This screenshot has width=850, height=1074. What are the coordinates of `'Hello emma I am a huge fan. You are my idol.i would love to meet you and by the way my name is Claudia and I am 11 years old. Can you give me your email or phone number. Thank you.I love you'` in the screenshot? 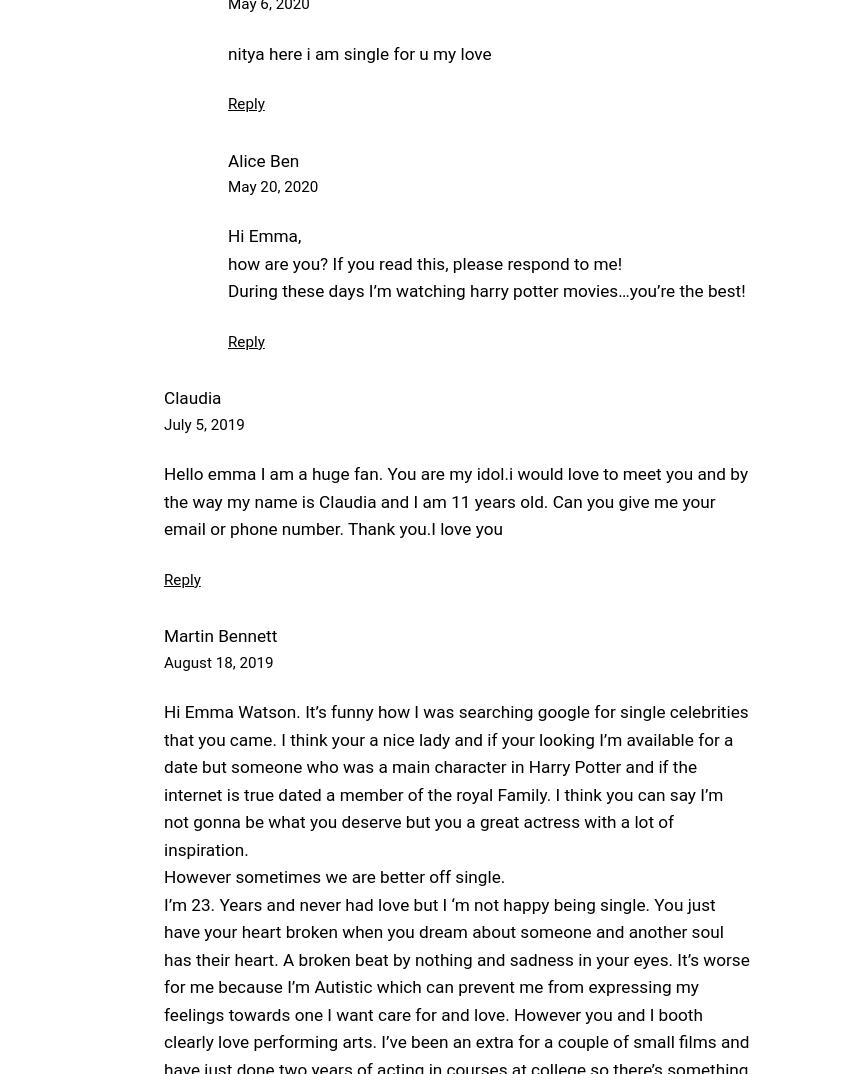 It's located at (455, 501).